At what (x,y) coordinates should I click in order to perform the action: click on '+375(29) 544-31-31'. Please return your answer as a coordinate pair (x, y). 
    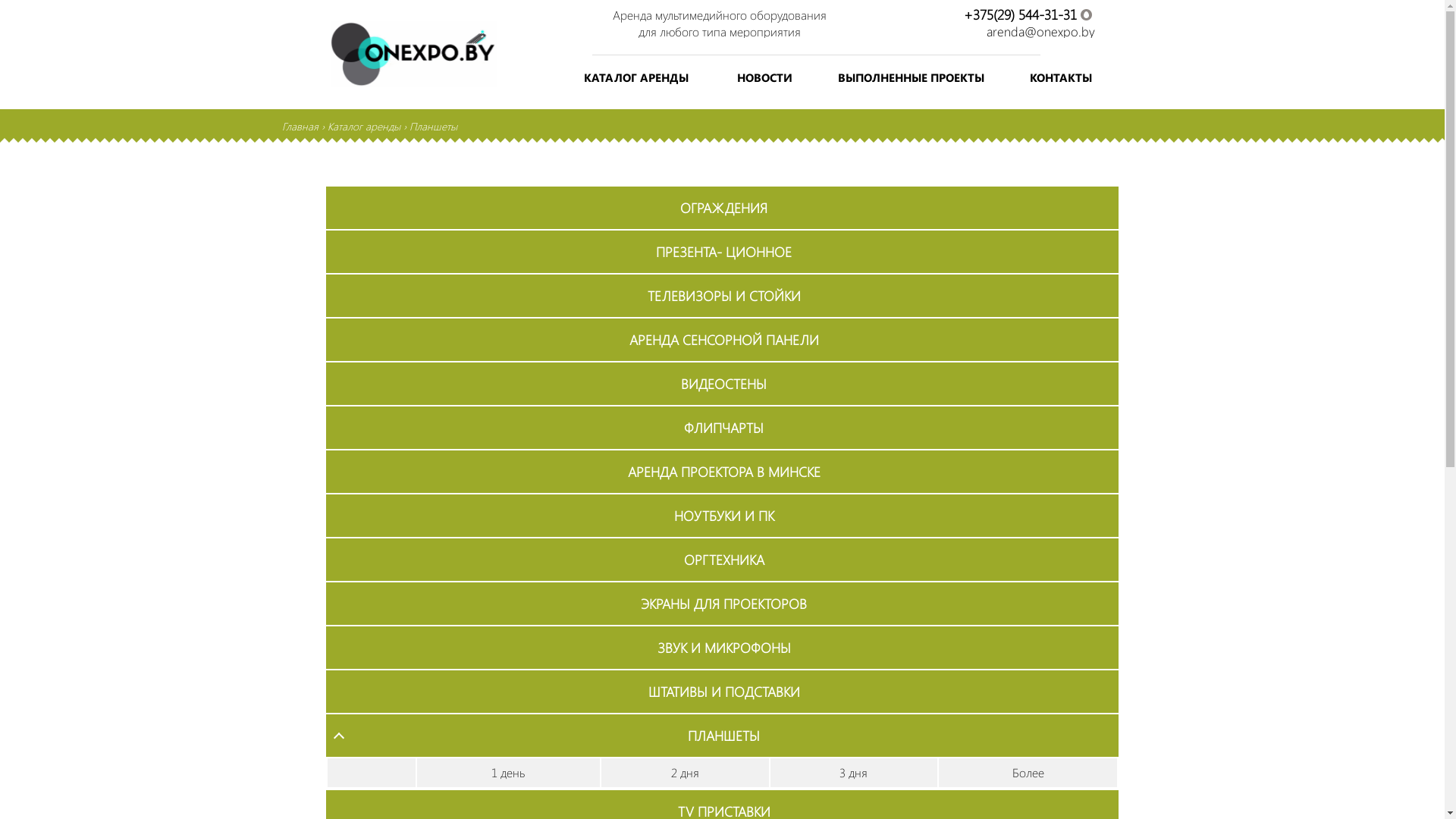
    Looking at the image, I should click on (1020, 14).